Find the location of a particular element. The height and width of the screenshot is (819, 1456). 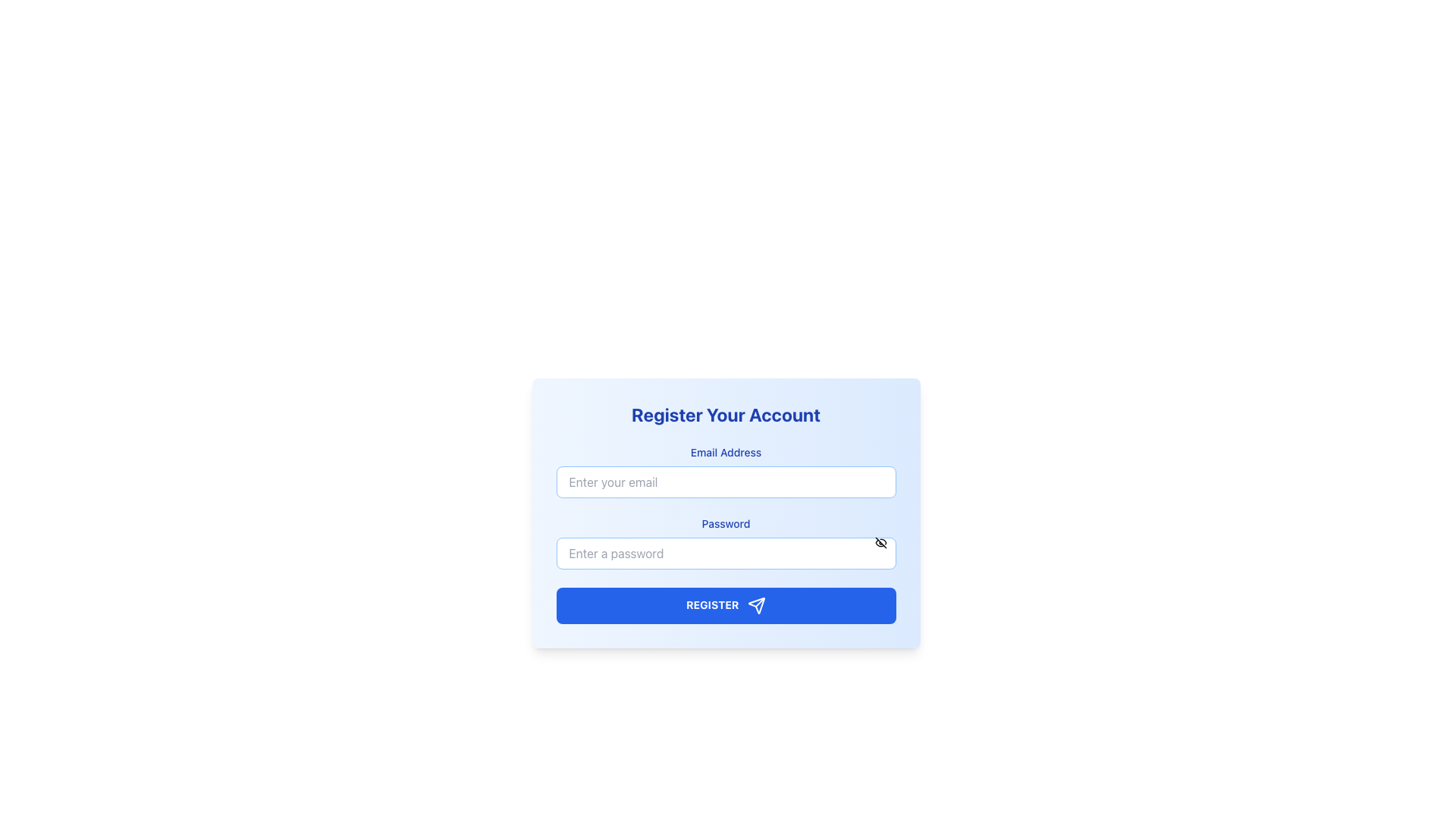

the blue button containing the arrow or paper plane outline icon located to the right of the 'REGISTER' text at the bottom of the registration form is located at coordinates (757, 604).